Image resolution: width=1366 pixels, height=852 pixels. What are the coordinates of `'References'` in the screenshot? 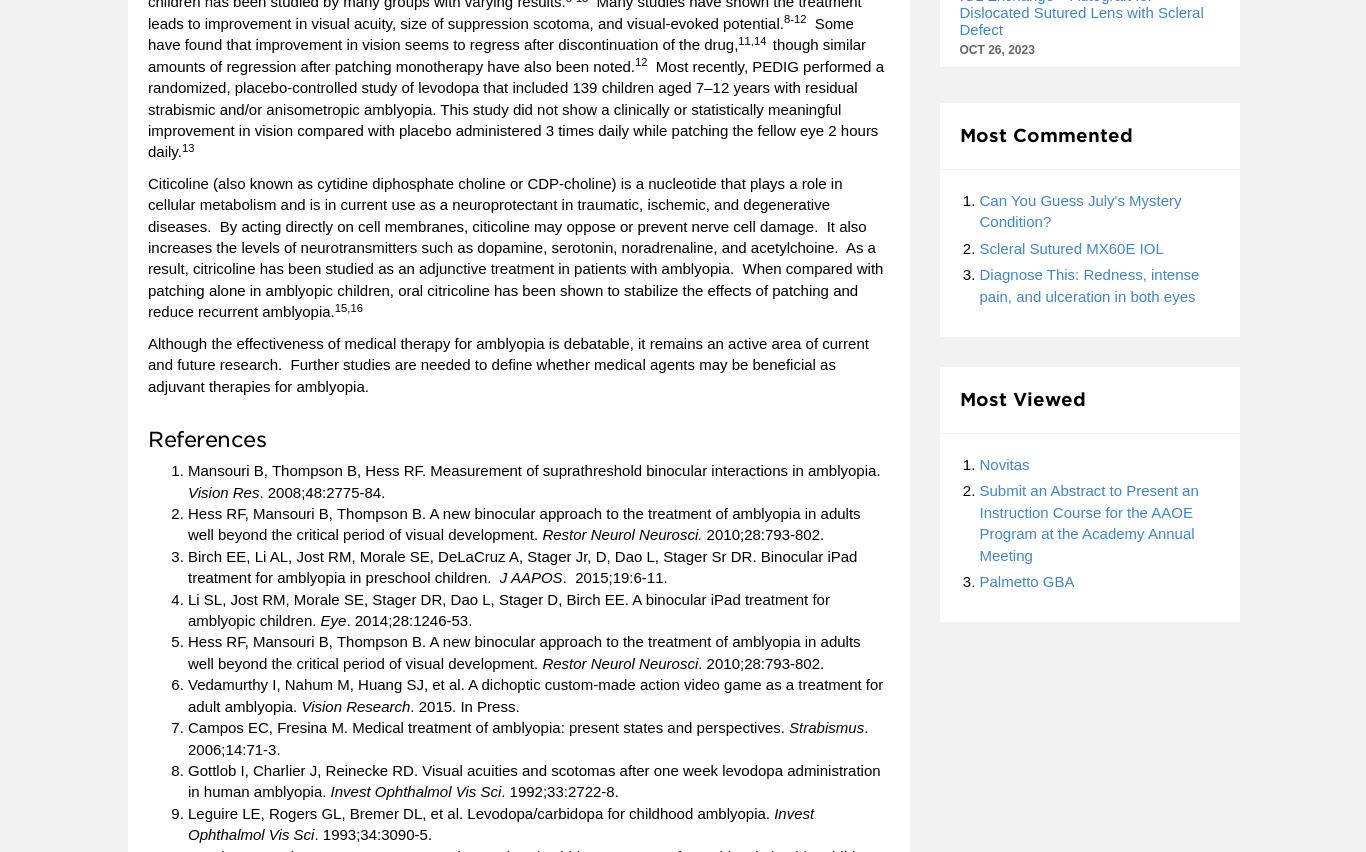 It's located at (205, 437).